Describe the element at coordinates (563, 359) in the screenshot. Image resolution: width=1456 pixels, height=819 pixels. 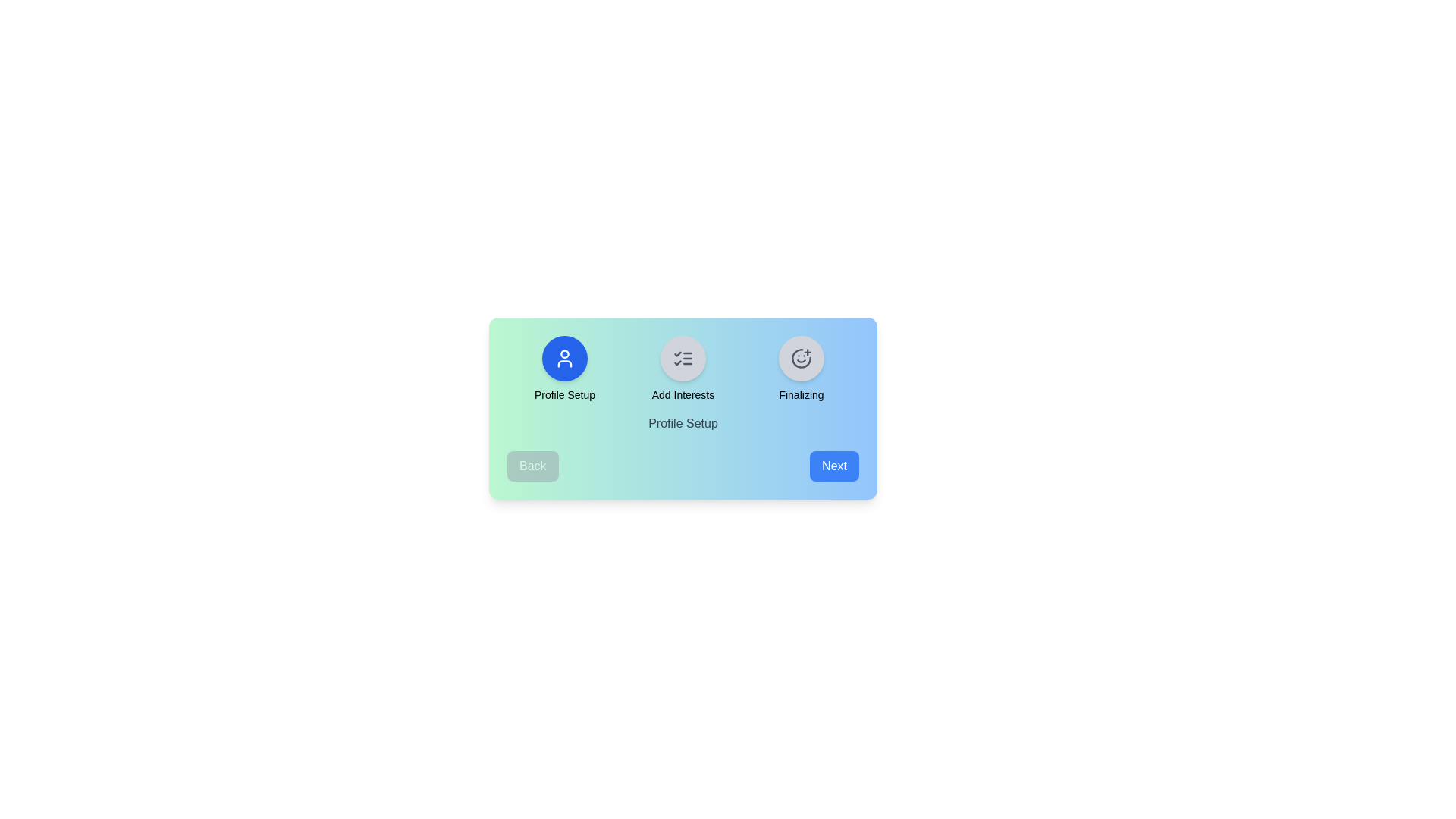
I see `the step icon corresponding to Profile Setup` at that location.